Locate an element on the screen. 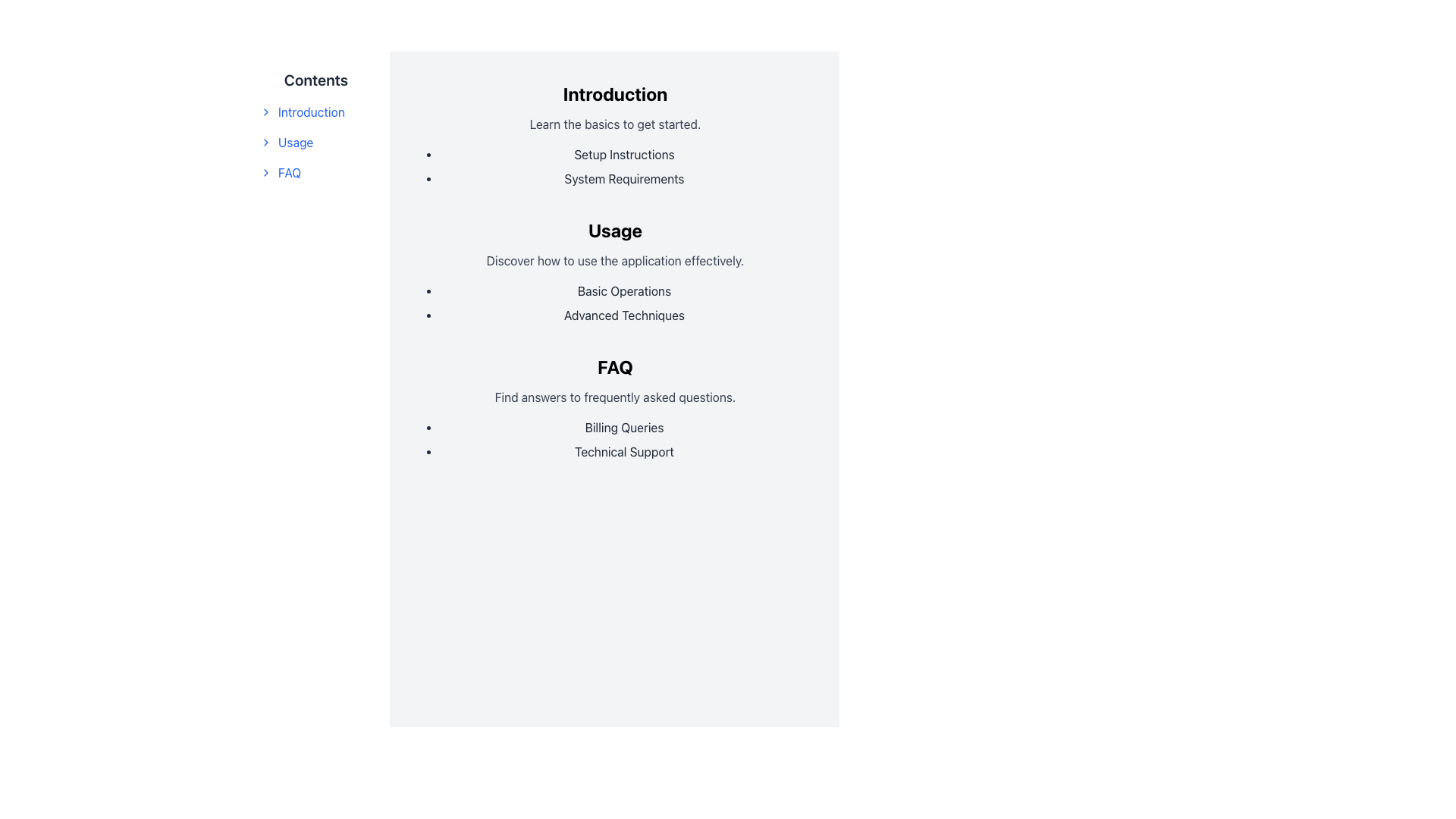  the 'Usage' hyperlink is located at coordinates (315, 143).